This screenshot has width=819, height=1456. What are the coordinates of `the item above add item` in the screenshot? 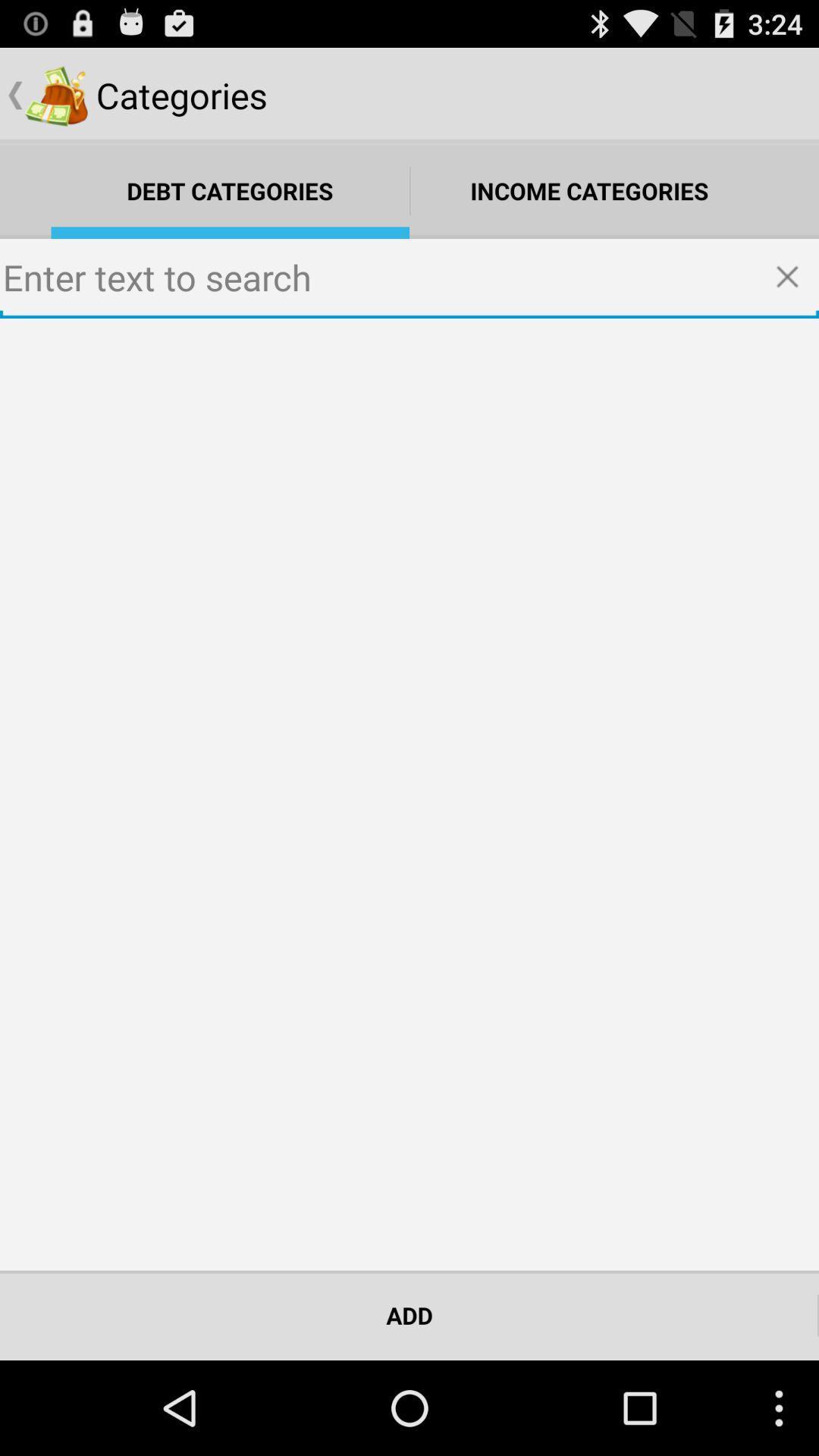 It's located at (409, 793).